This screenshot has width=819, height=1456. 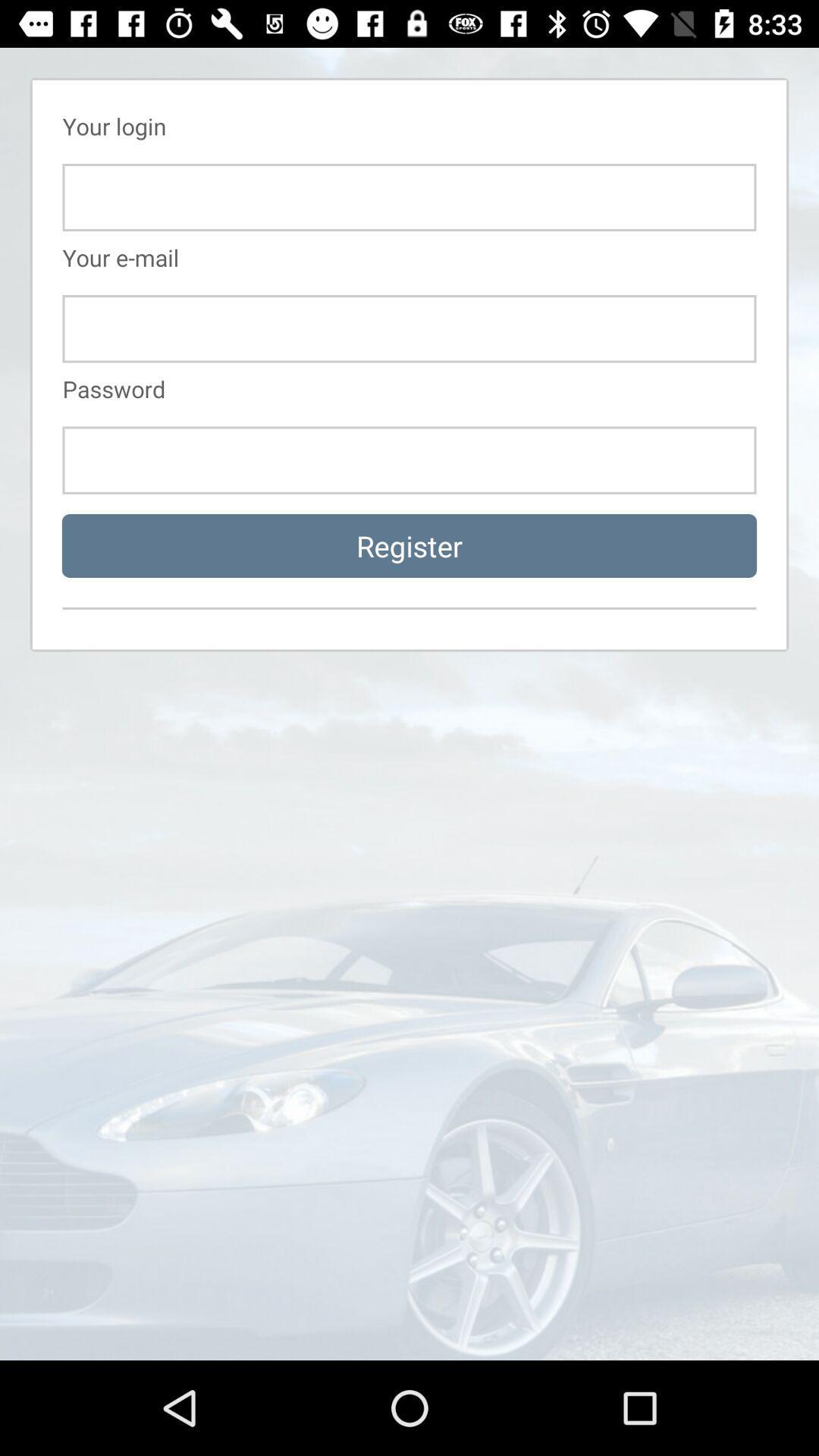 I want to click on email address, so click(x=409, y=328).